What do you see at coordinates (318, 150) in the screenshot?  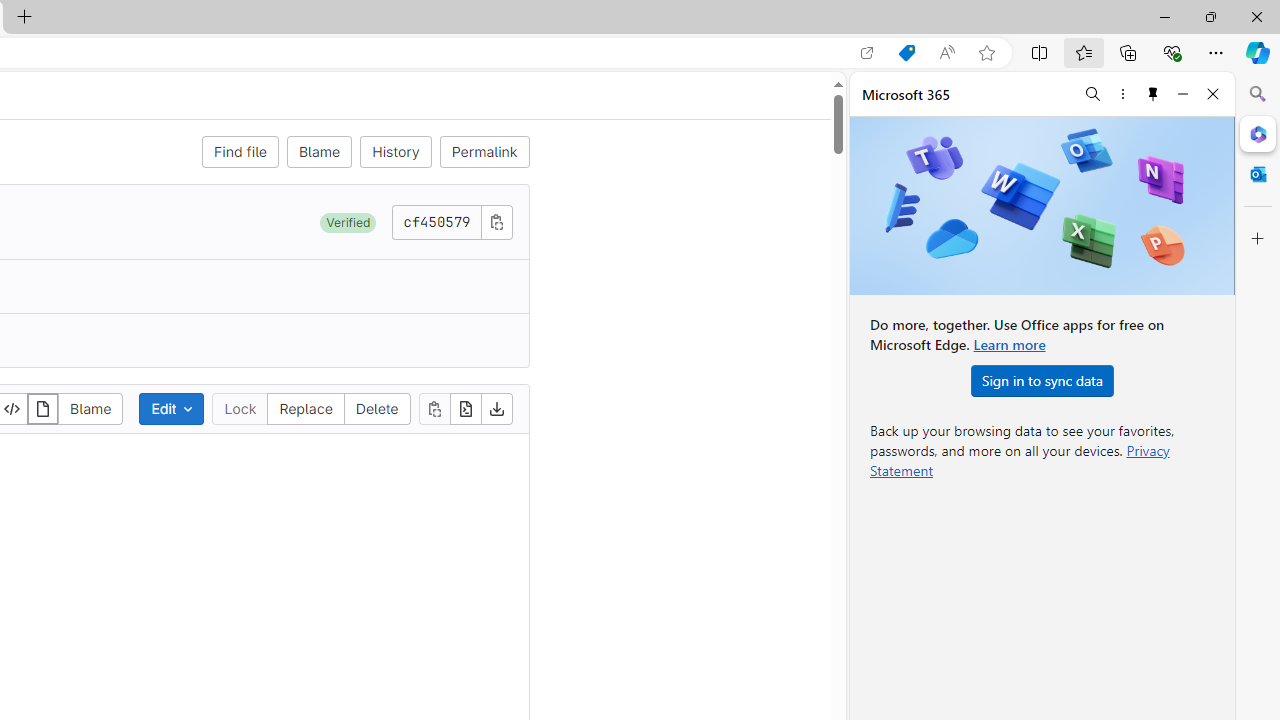 I see `'Blame'` at bounding box center [318, 150].